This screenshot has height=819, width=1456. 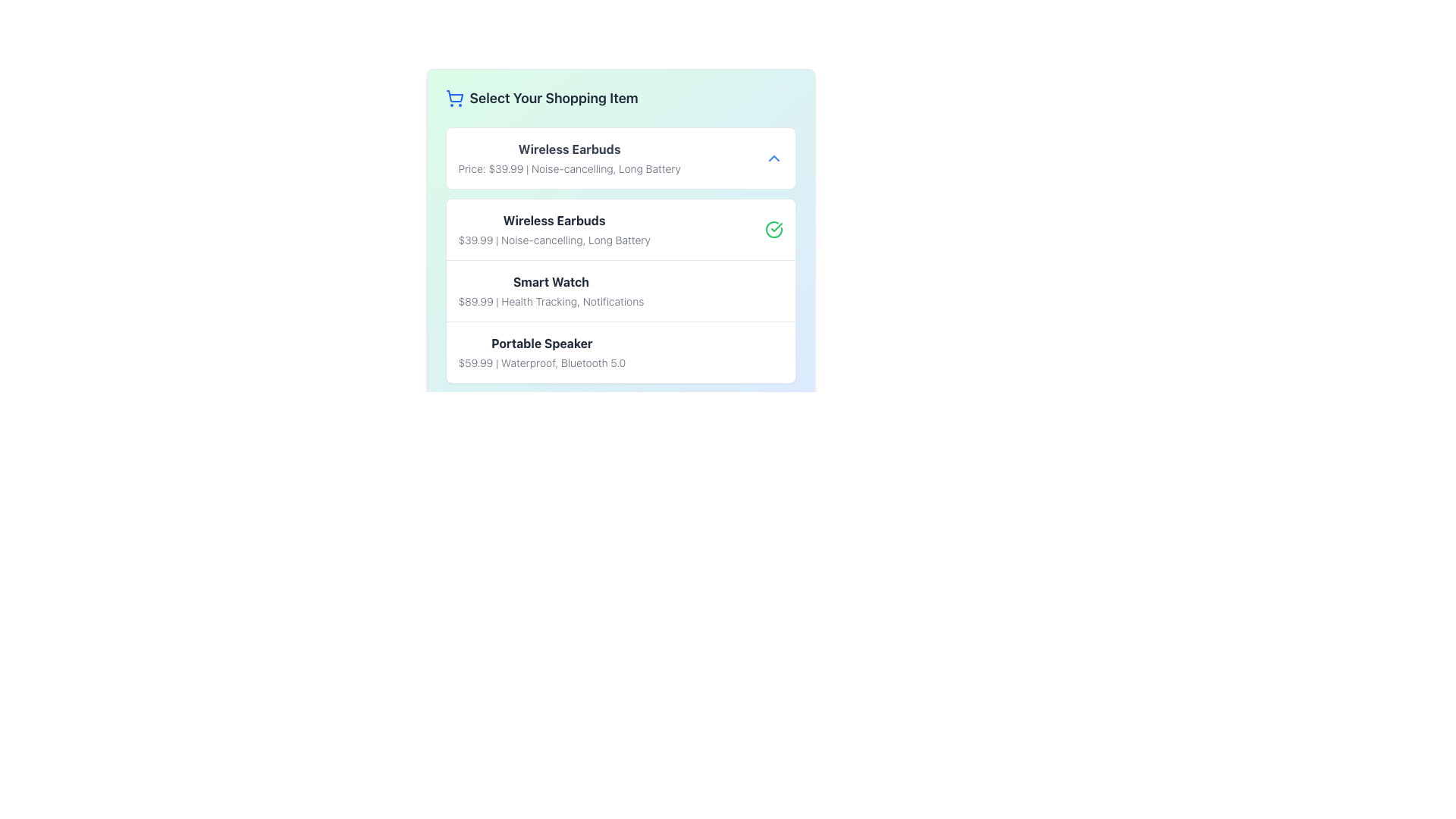 I want to click on the text block representing the 'Portable Speaker', so click(x=541, y=353).